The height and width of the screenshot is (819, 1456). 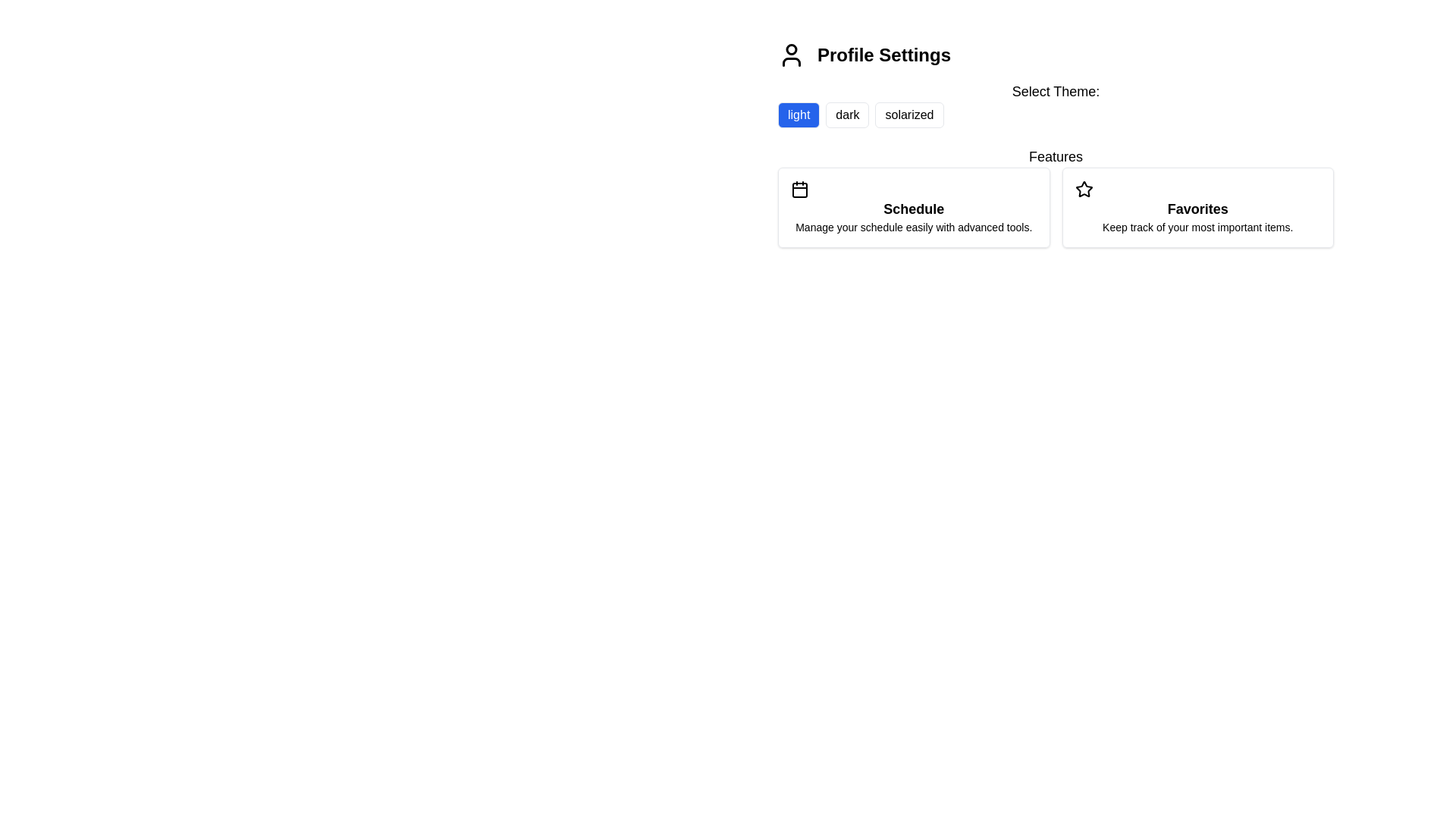 What do you see at coordinates (799, 189) in the screenshot?
I see `the calendar icon situated within a bordered box under the title 'Schedule'` at bounding box center [799, 189].